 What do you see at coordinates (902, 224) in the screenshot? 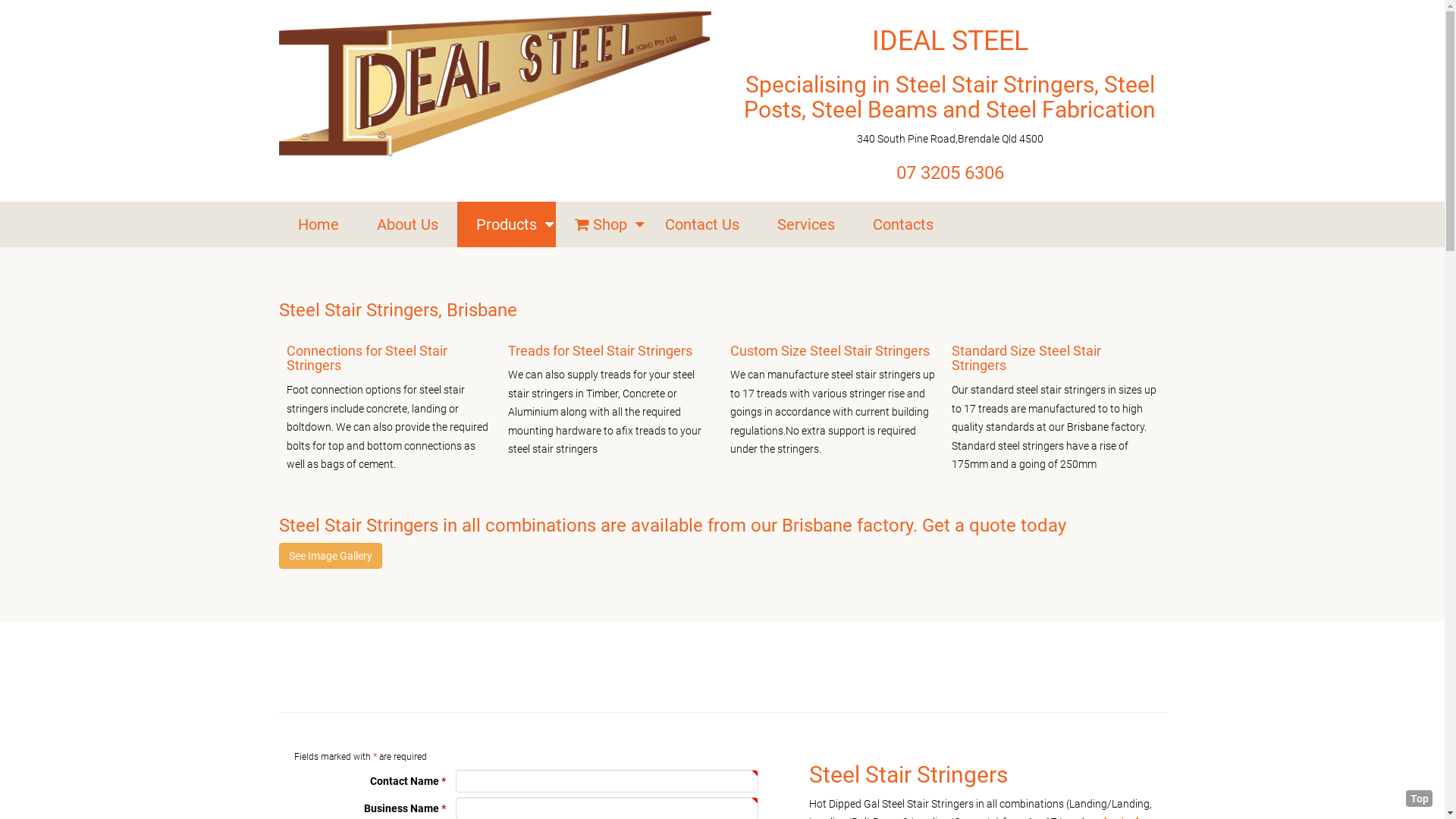
I see `'Contacts'` at bounding box center [902, 224].